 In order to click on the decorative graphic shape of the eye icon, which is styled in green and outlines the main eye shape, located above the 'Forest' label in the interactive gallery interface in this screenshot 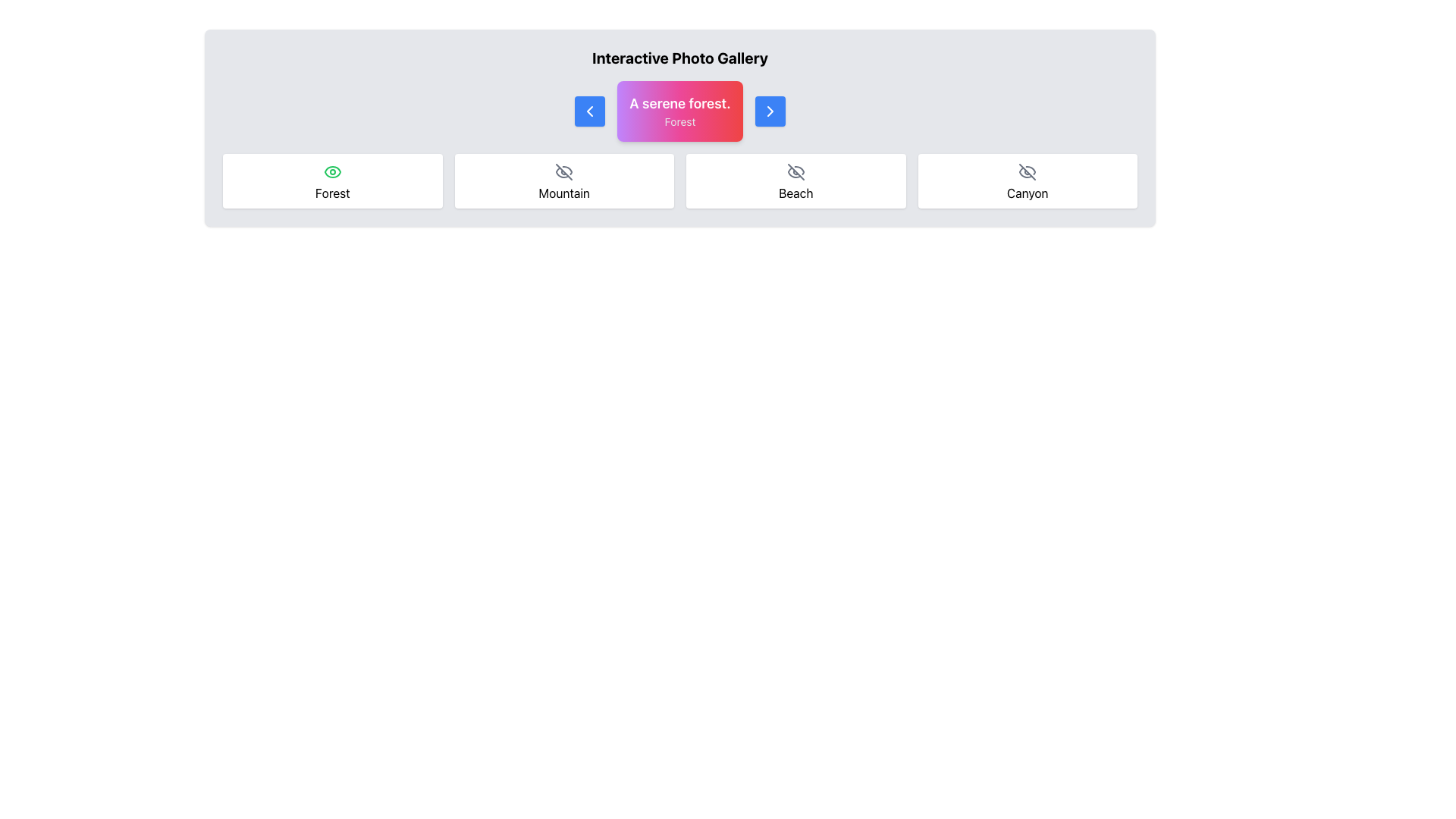, I will do `click(331, 171)`.